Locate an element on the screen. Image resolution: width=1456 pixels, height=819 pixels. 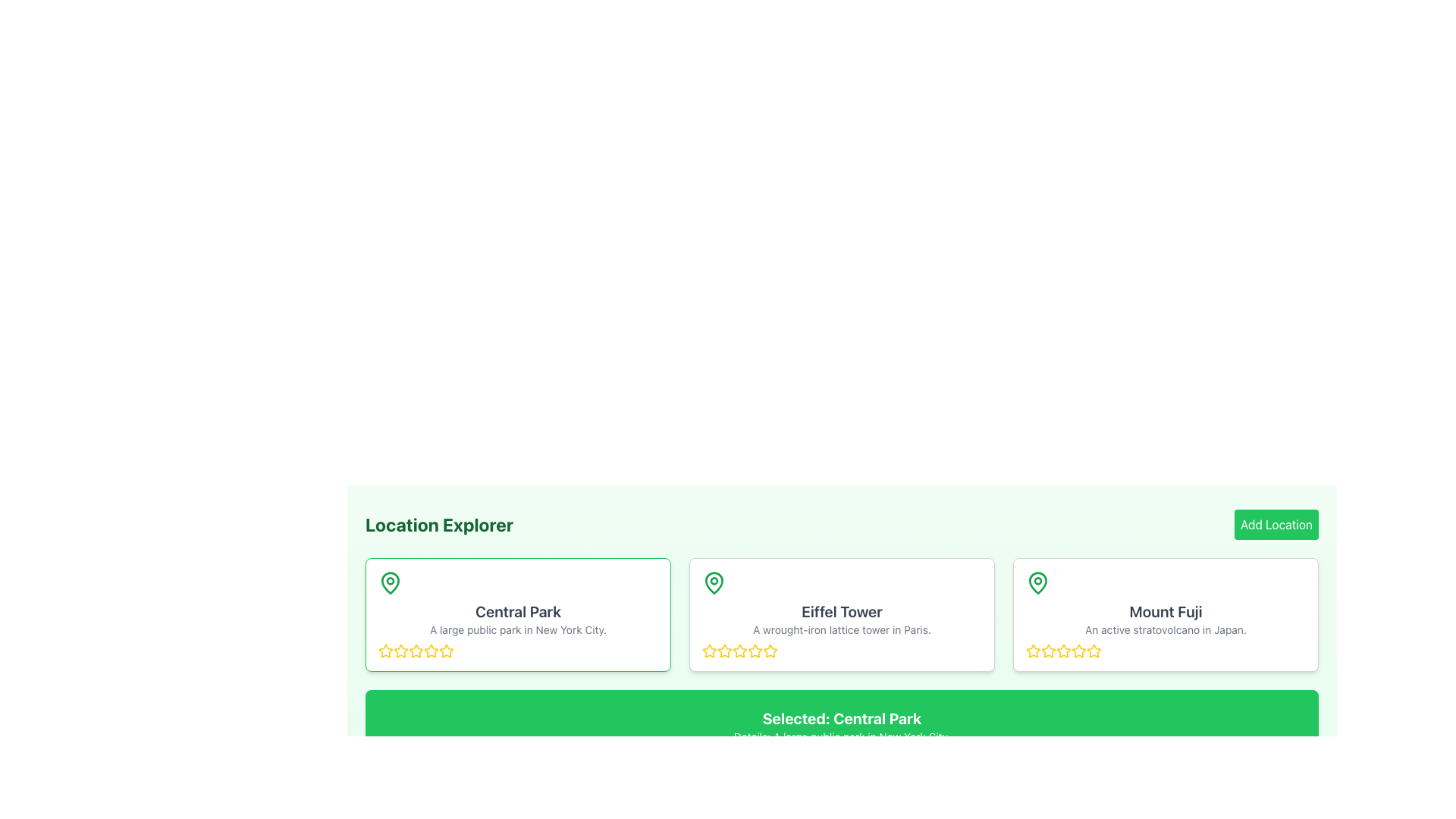
the first star icon representing the rating system in the 'Location Explorer' section for 'Central Park' is located at coordinates (385, 650).